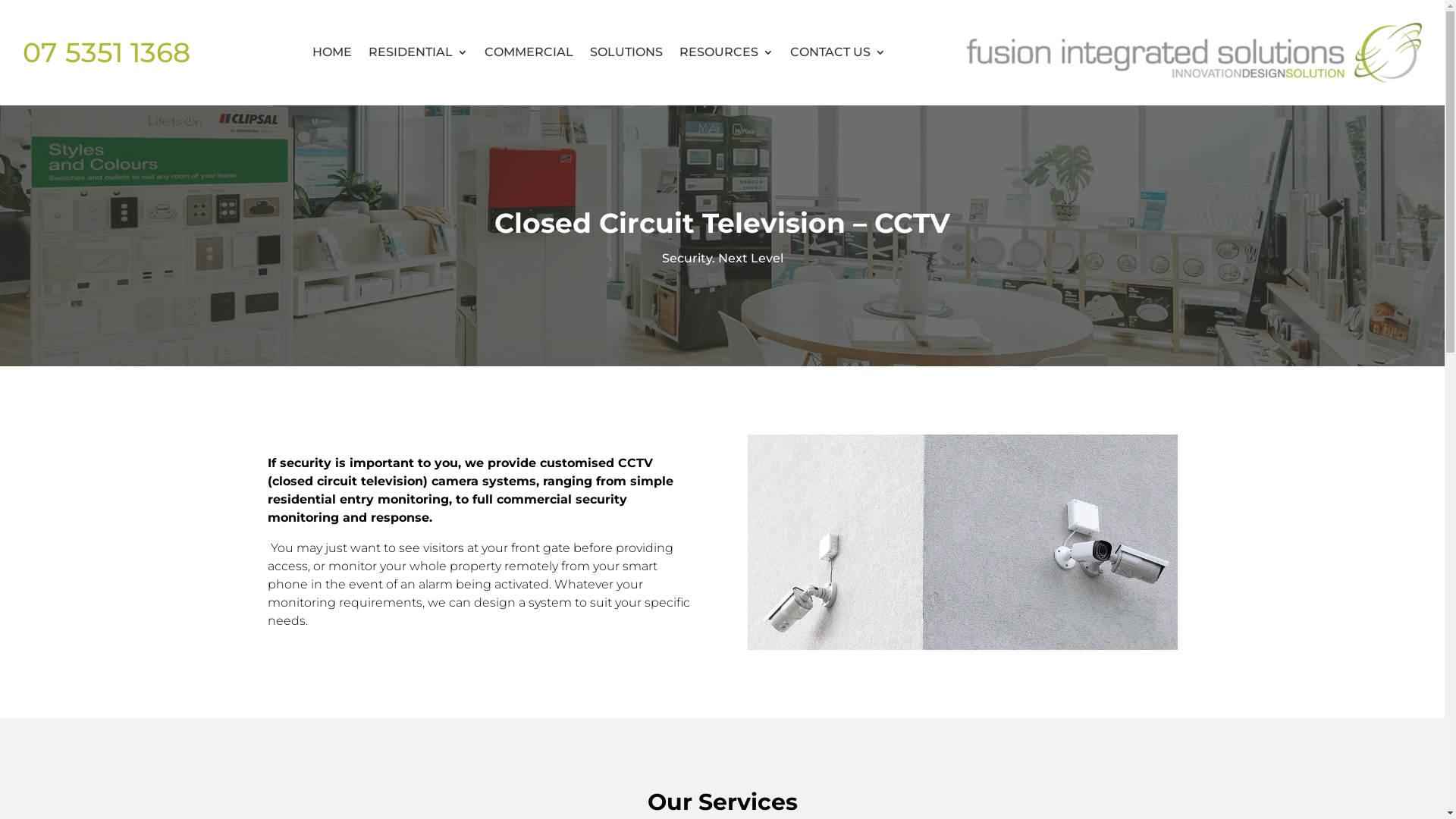 This screenshot has width=1456, height=819. What do you see at coordinates (626, 52) in the screenshot?
I see `'SOLUTIONS'` at bounding box center [626, 52].